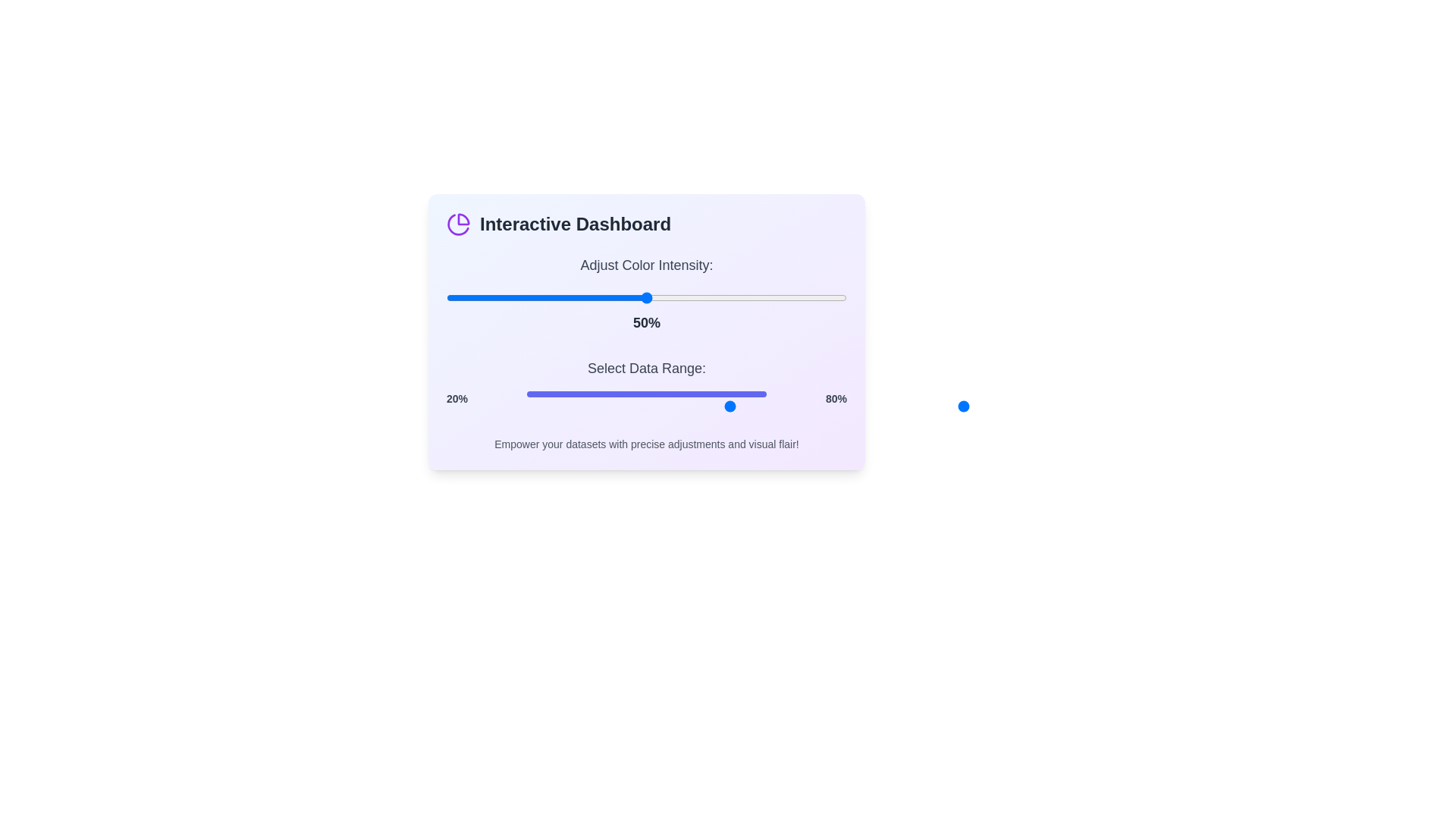 The width and height of the screenshot is (1456, 819). I want to click on the range slider for additional information about adjusting the color intensity setting, which is currently marked as '50%', so click(647, 298).